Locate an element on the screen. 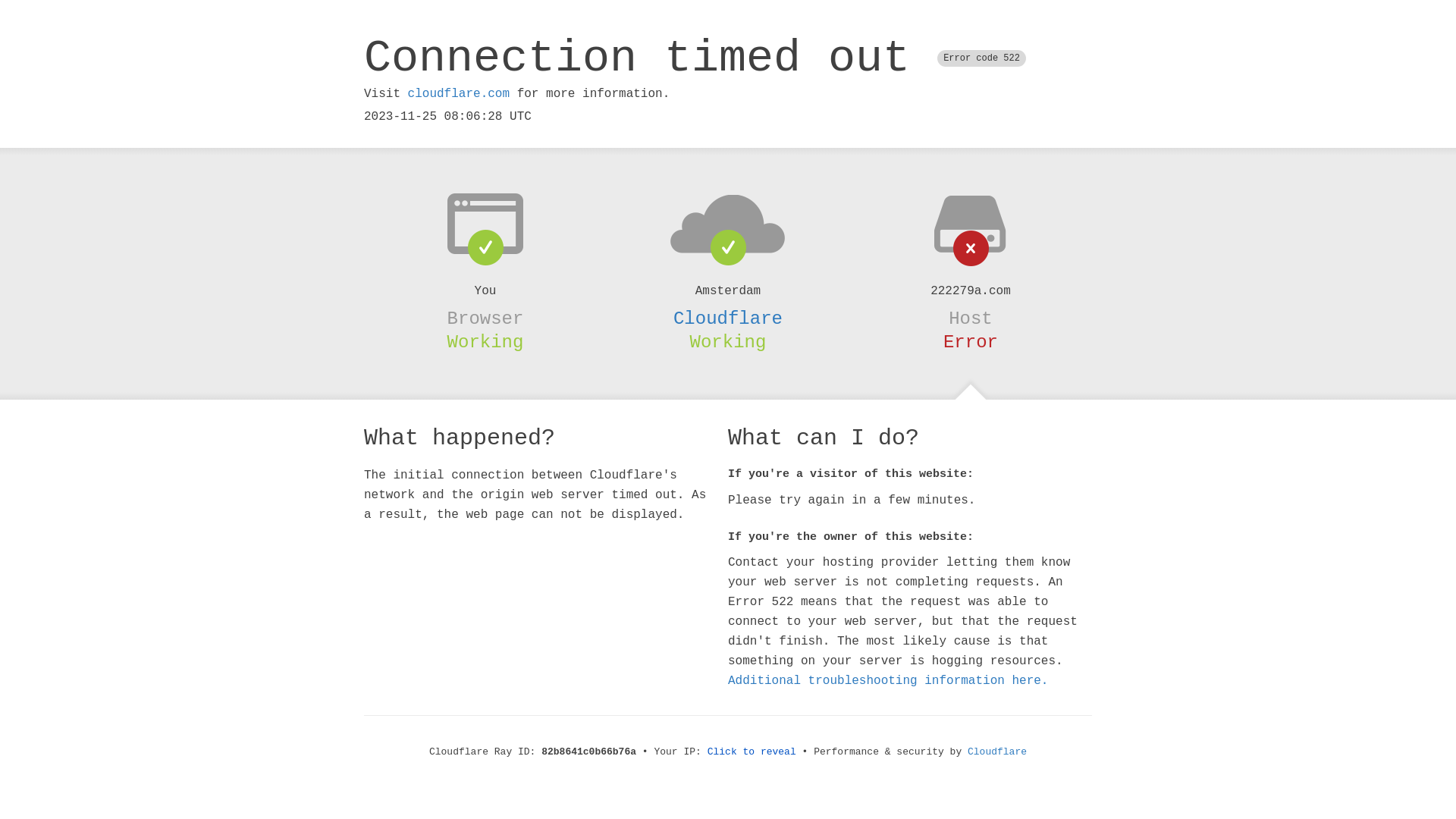  'Cloudflare' is located at coordinates (728, 318).